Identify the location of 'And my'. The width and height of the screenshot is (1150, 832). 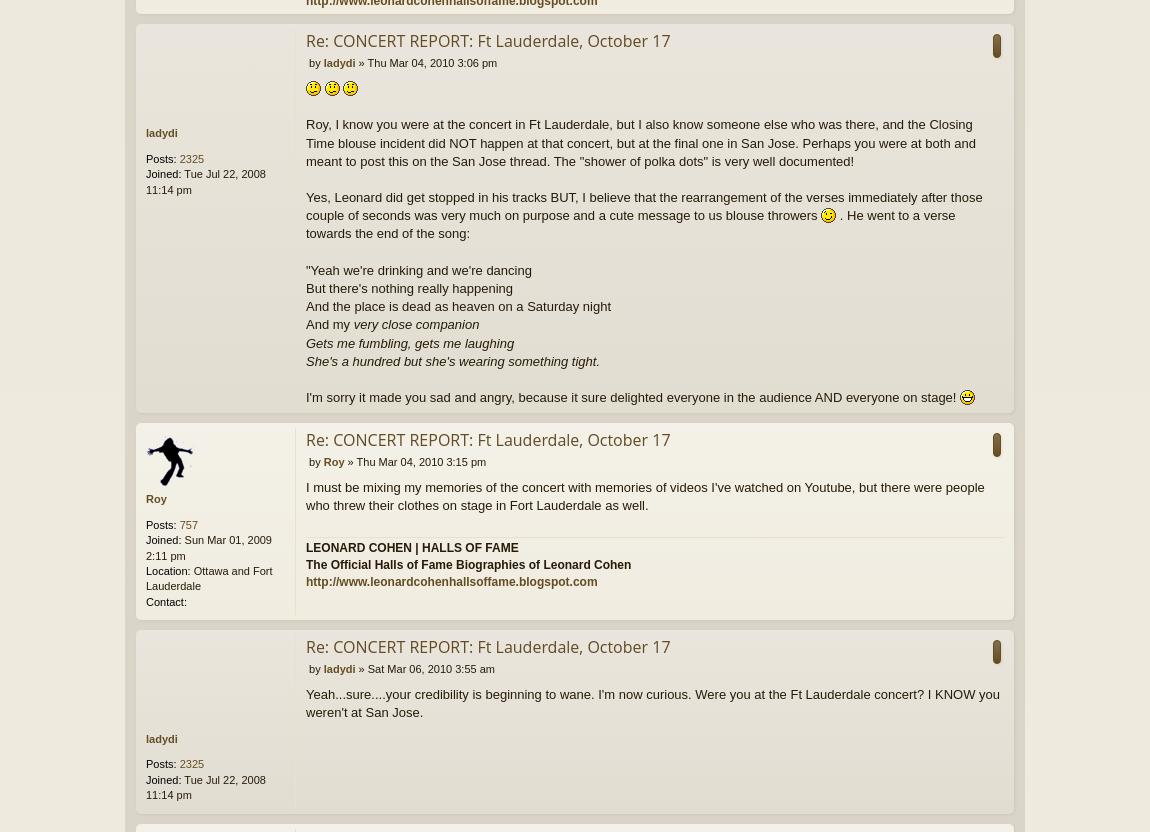
(329, 324).